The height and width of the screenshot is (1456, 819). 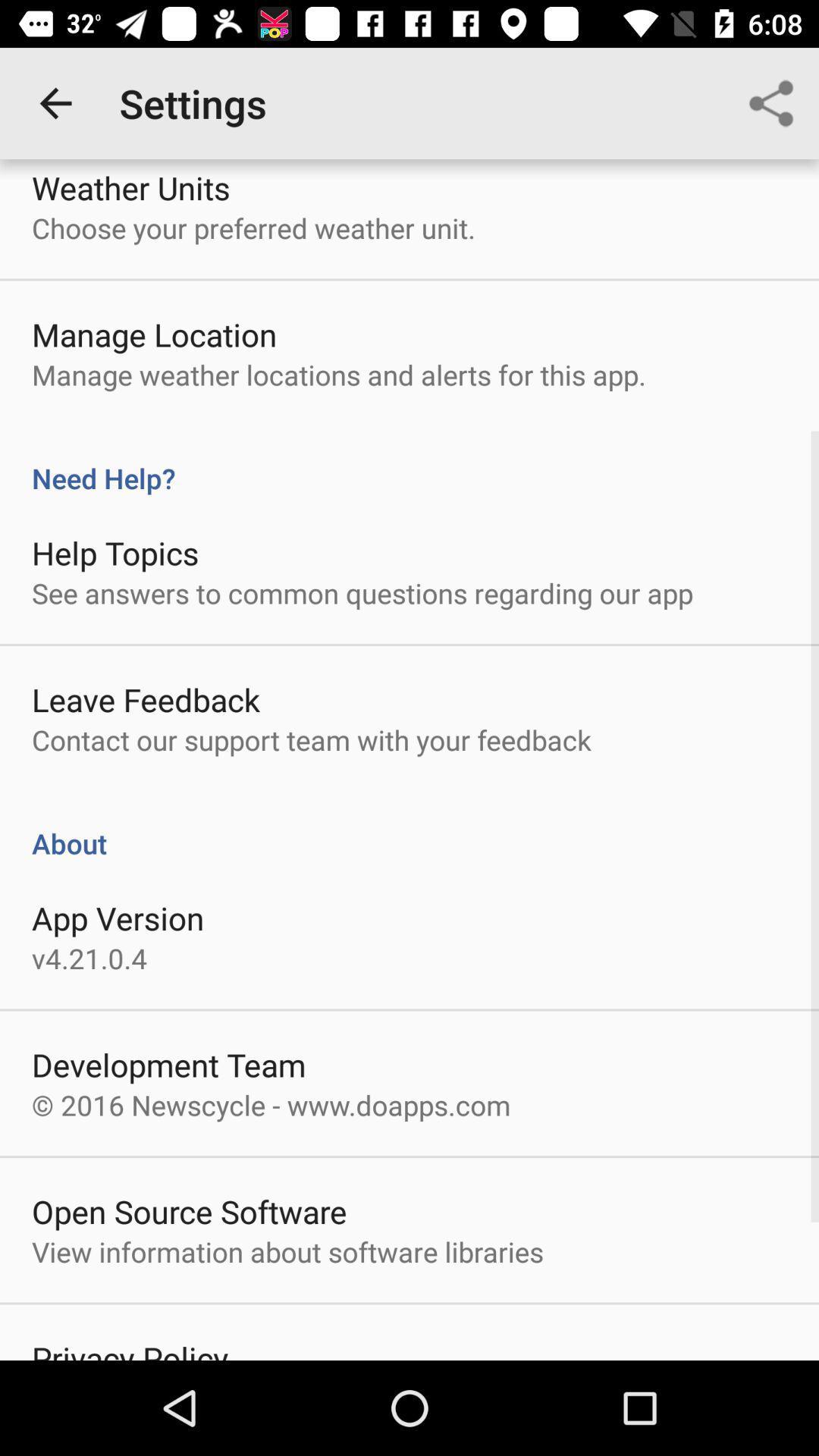 I want to click on the need help?, so click(x=409, y=461).